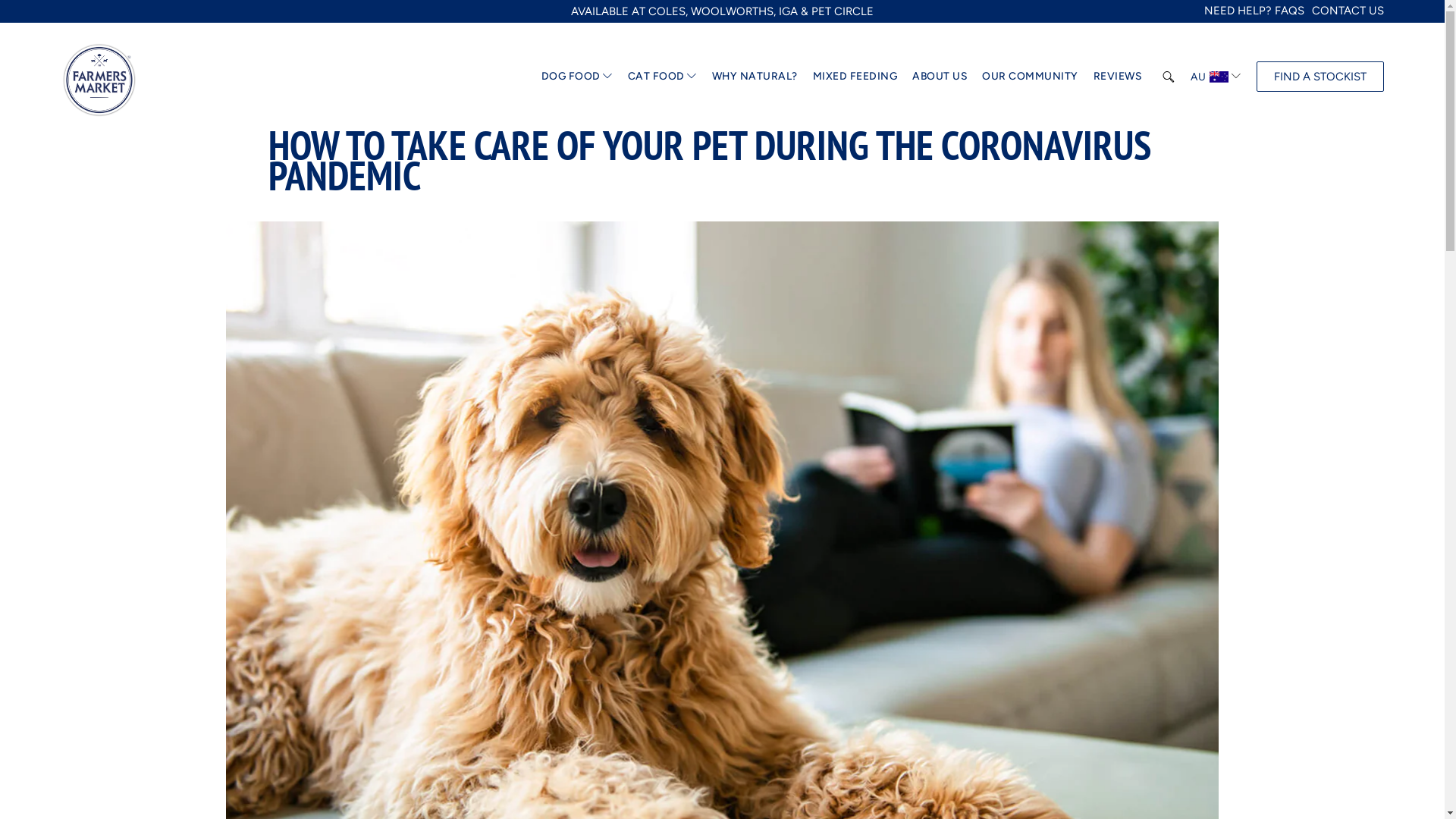  I want to click on 'REVIEWS', so click(1093, 76).